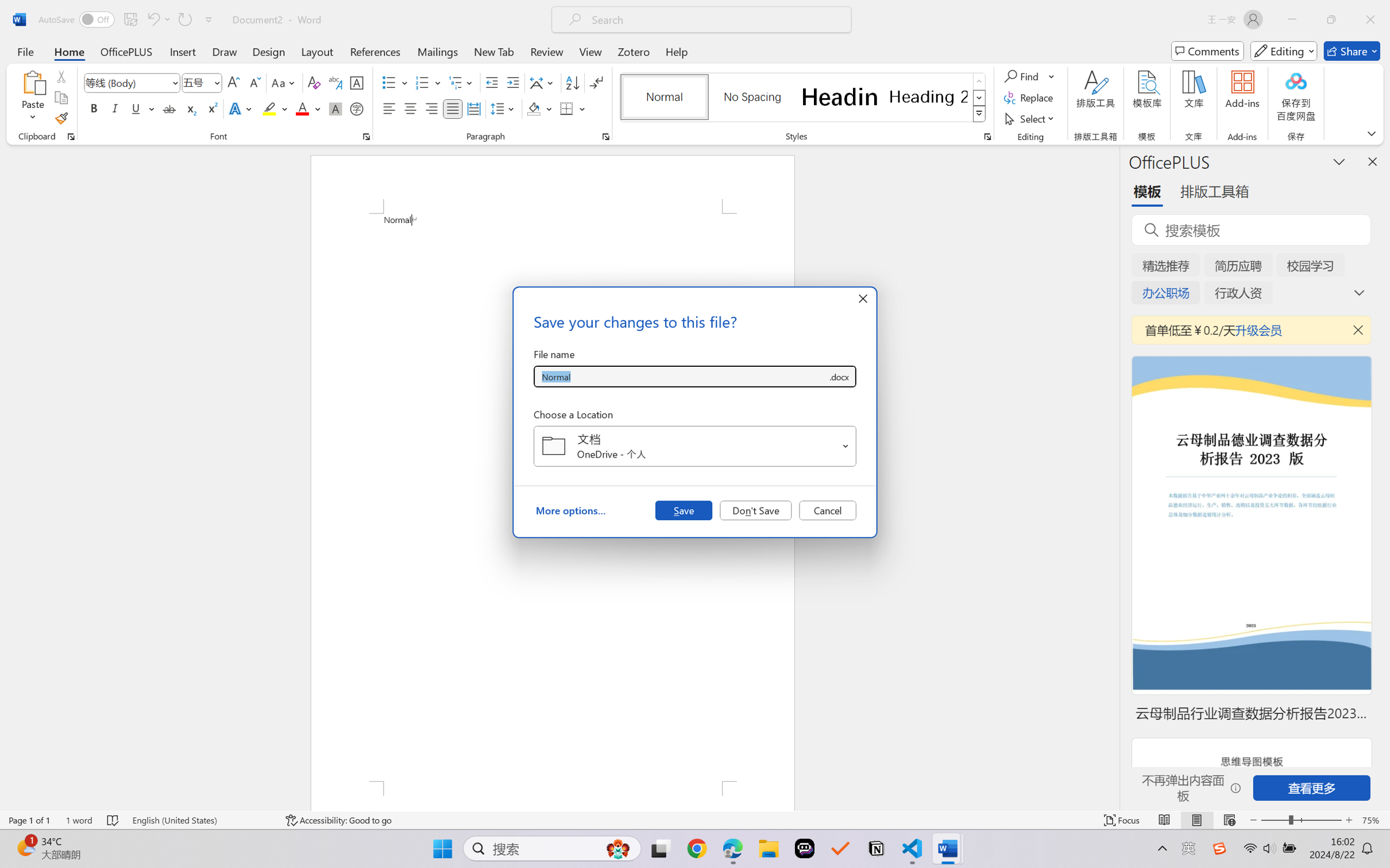 The width and height of the screenshot is (1390, 868). I want to click on 'Find', so click(1022, 75).